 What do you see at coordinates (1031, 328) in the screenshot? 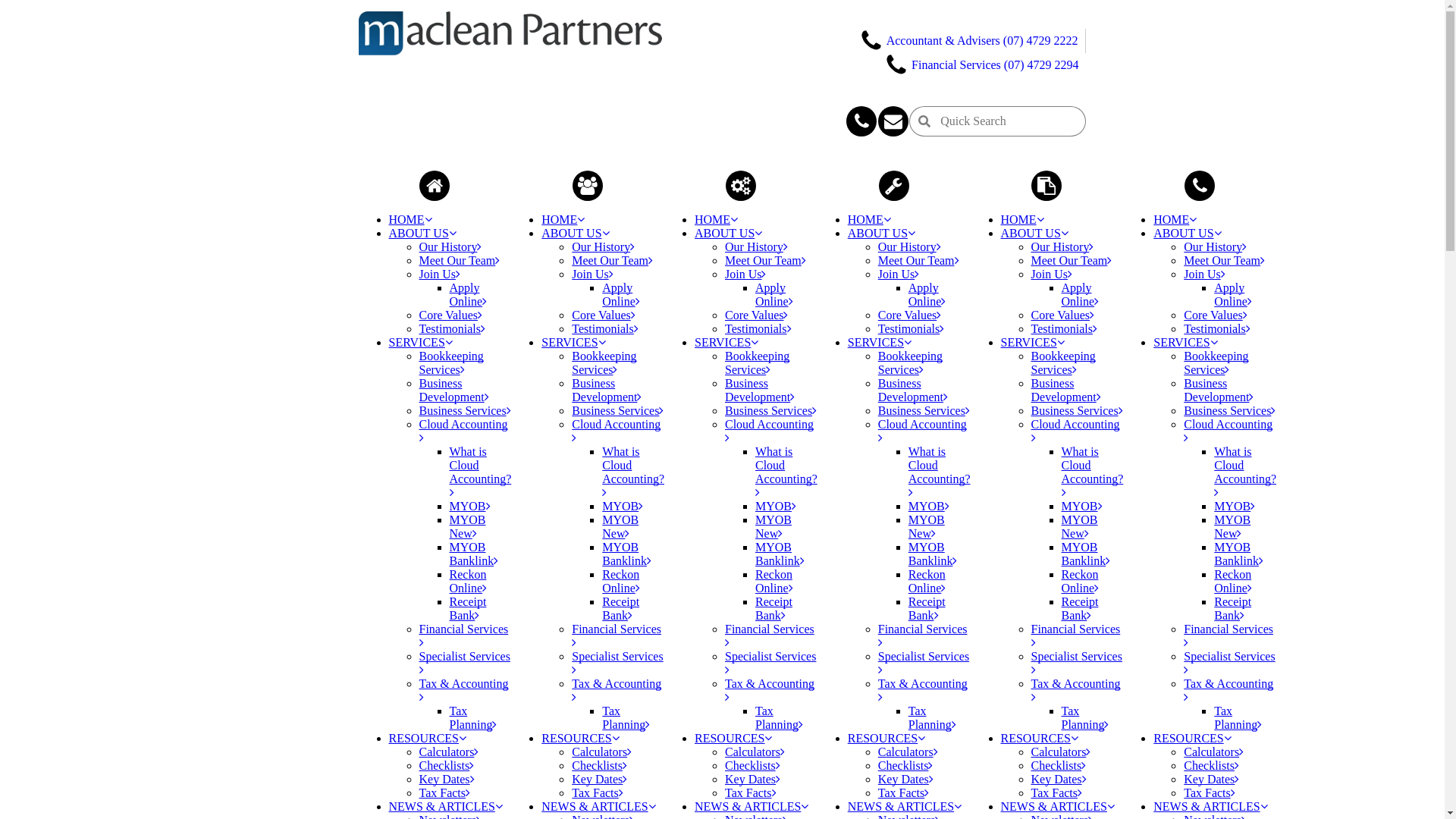
I see `'Testimonials'` at bounding box center [1031, 328].